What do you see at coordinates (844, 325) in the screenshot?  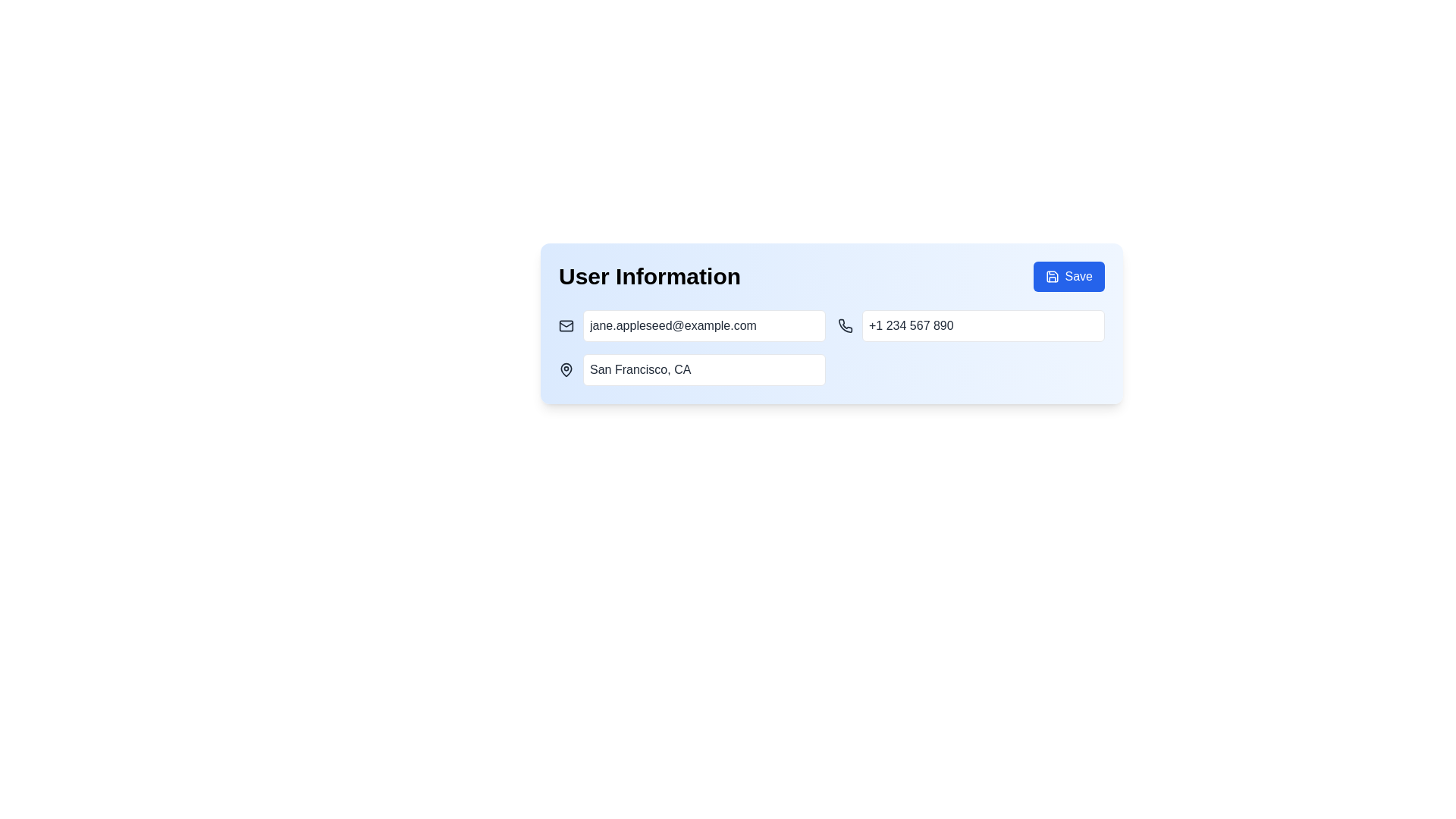 I see `the telephone receiver icon, which is styled with a minimalist black line design and is positioned to the left of the phone number text field` at bounding box center [844, 325].